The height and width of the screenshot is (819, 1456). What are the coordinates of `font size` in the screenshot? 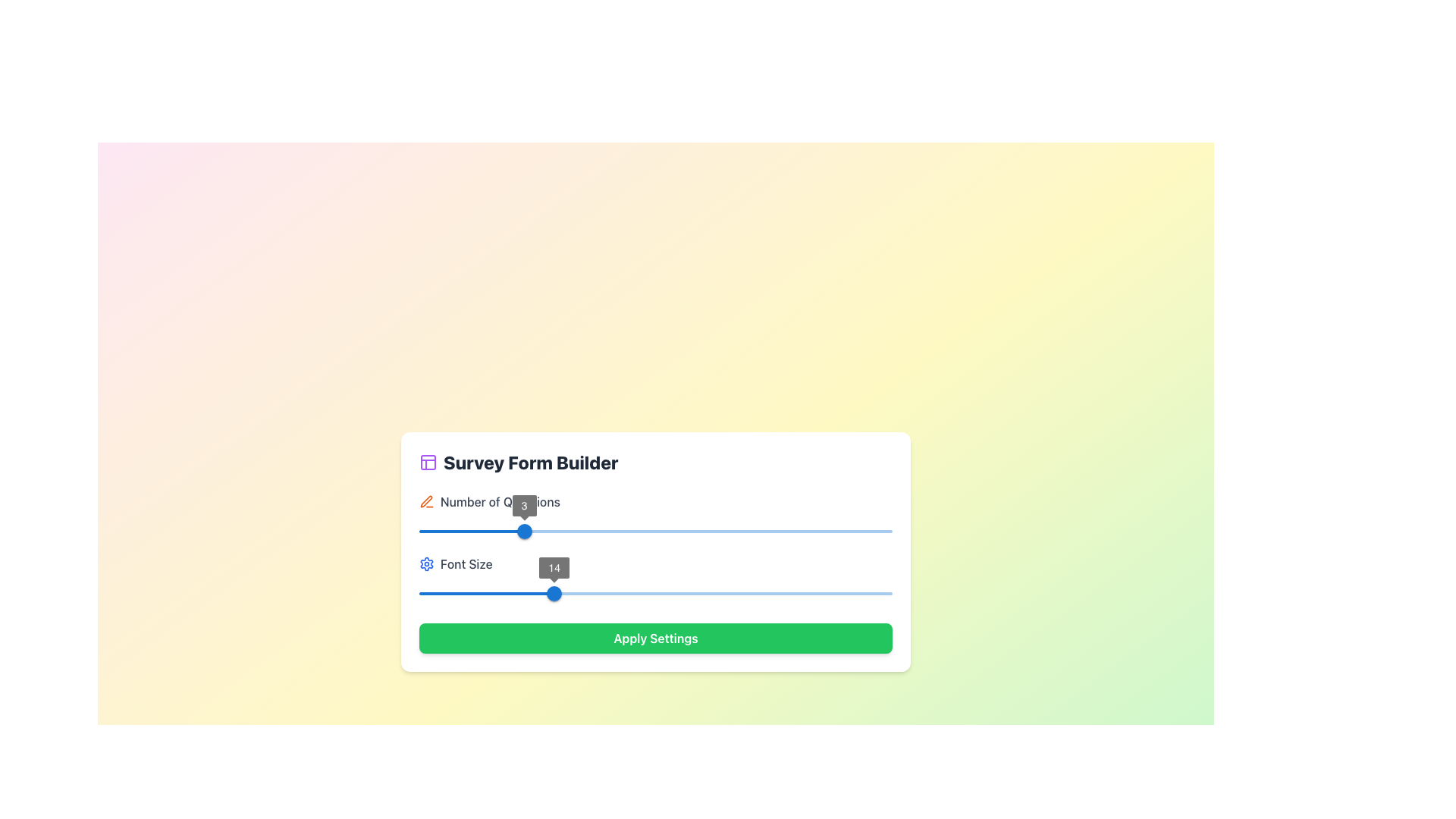 It's located at (736, 593).